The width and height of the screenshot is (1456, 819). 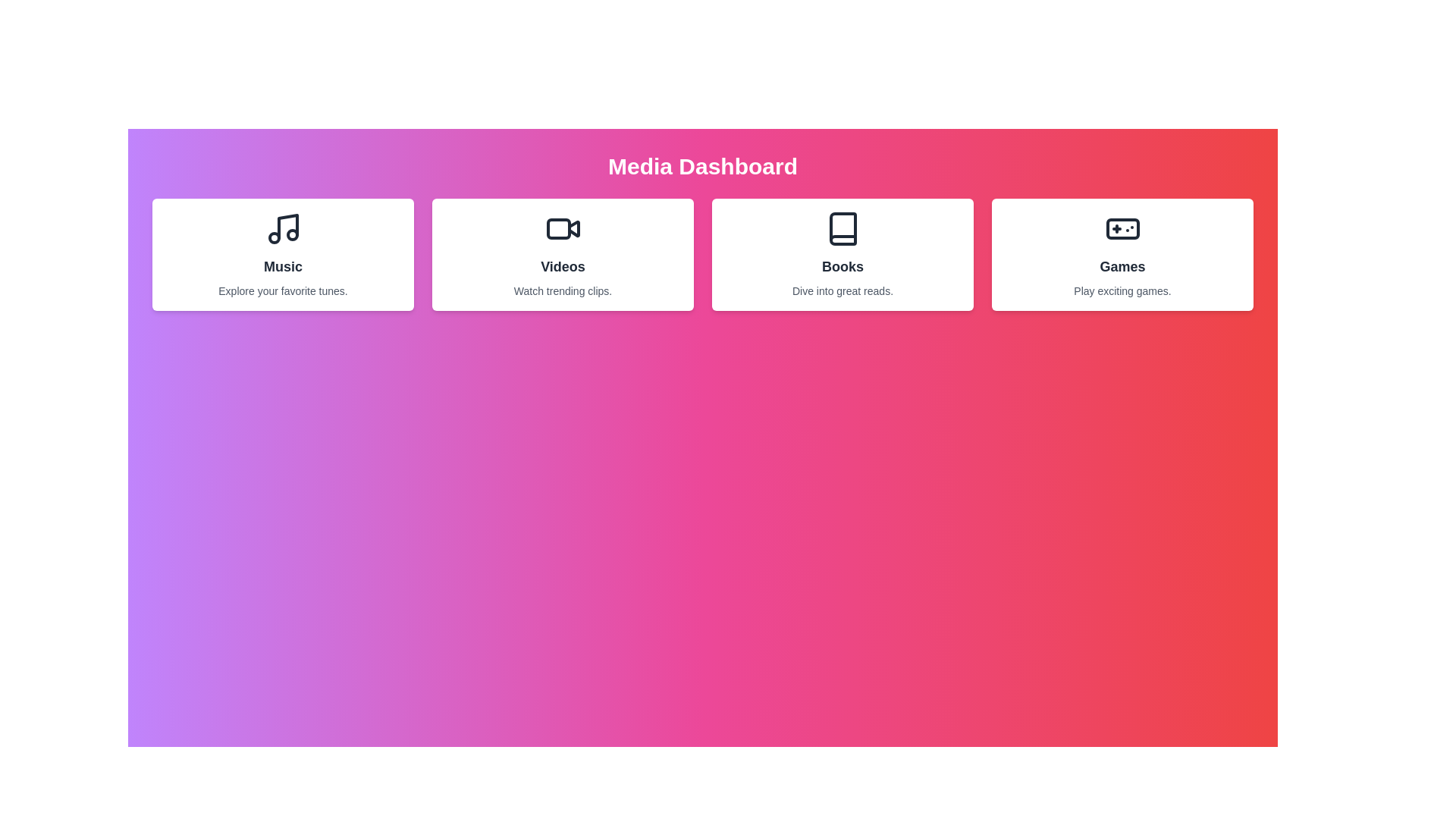 I want to click on the text component that reads 'Dive into great reads.' which is styled with a small font size and gray color, located below the bold title 'Books' in a white rectangular card, so click(x=842, y=291).